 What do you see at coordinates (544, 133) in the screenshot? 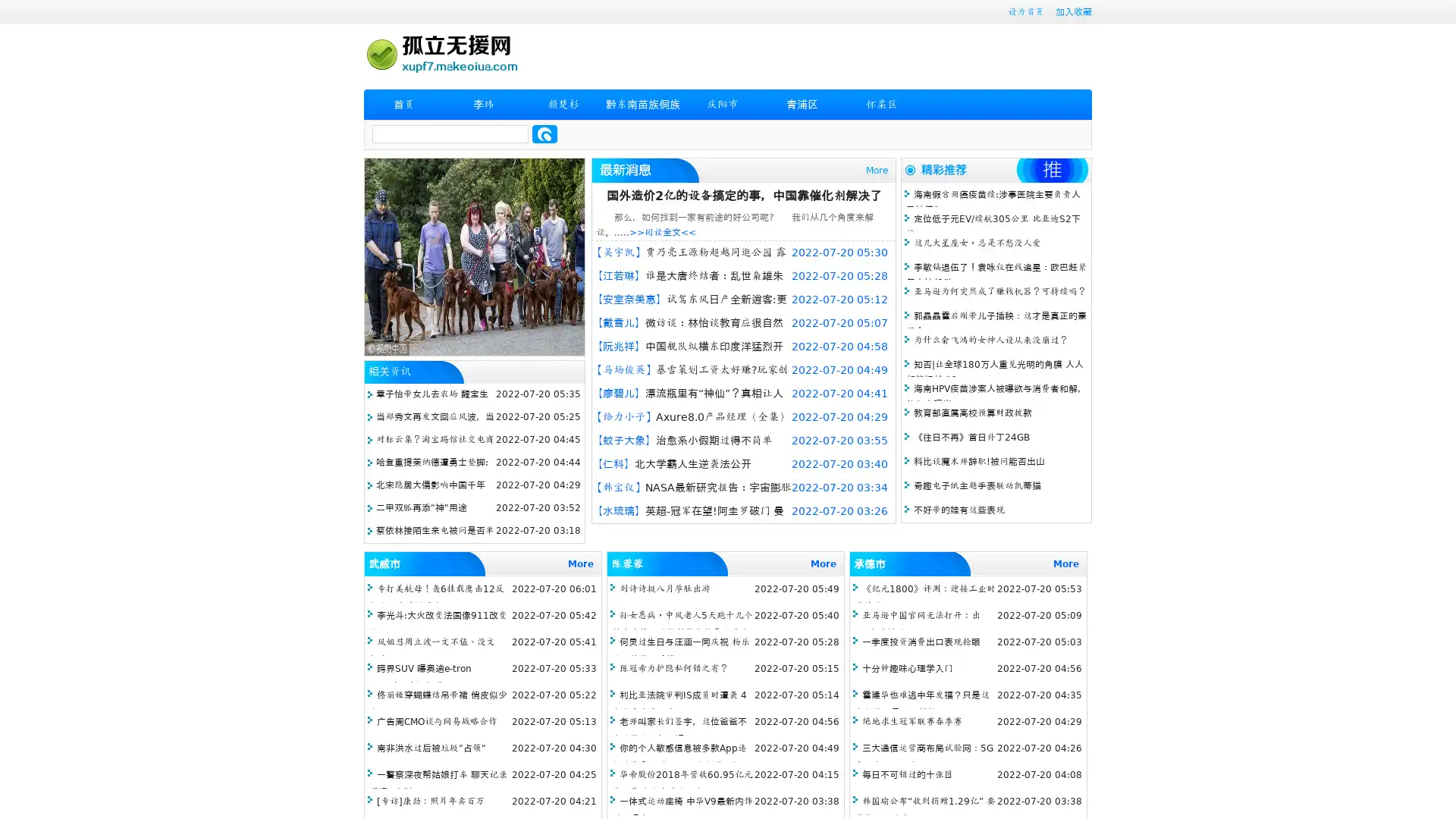
I see `Search` at bounding box center [544, 133].